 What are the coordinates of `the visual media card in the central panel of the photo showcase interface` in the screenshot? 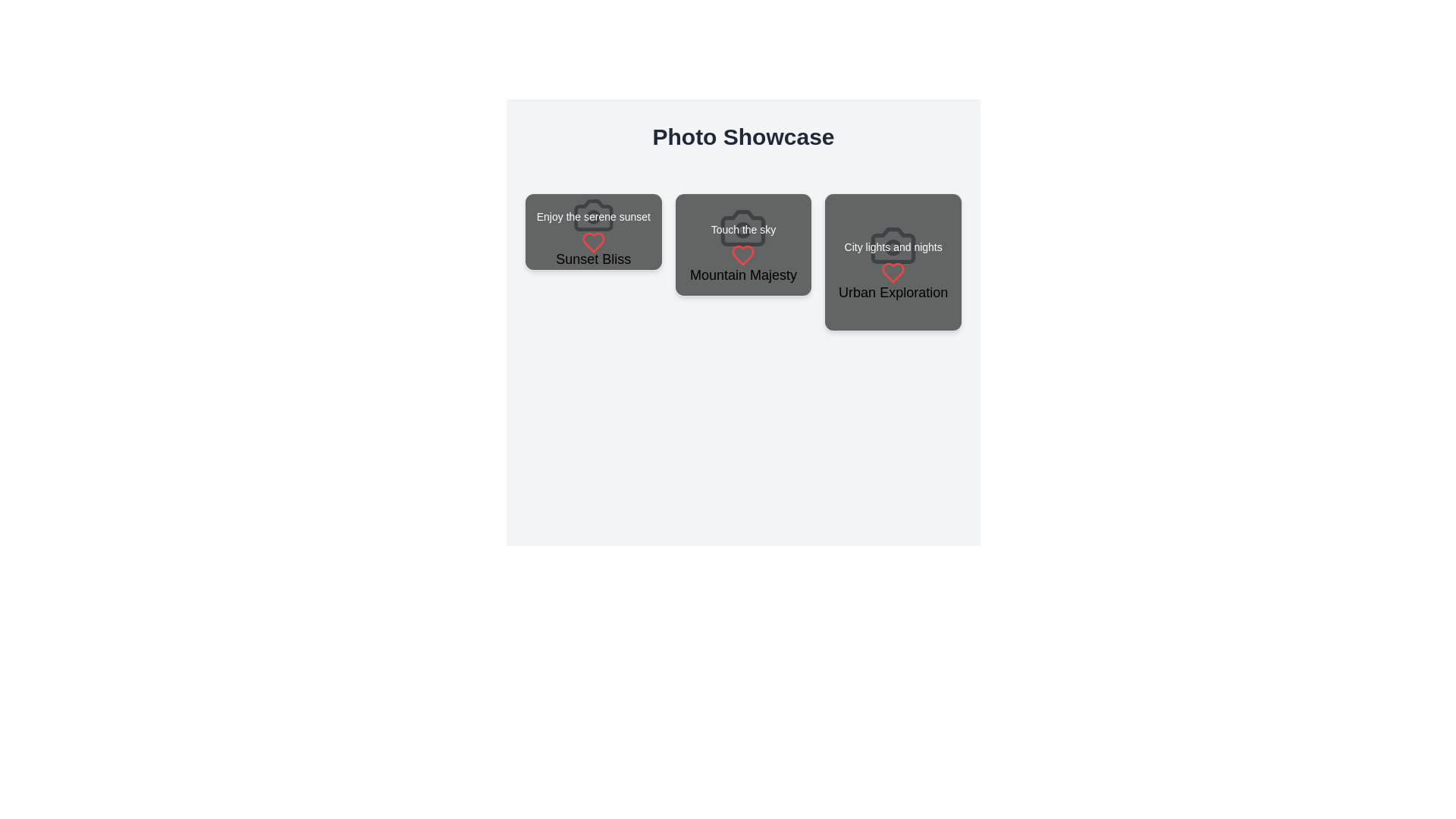 It's located at (743, 244).